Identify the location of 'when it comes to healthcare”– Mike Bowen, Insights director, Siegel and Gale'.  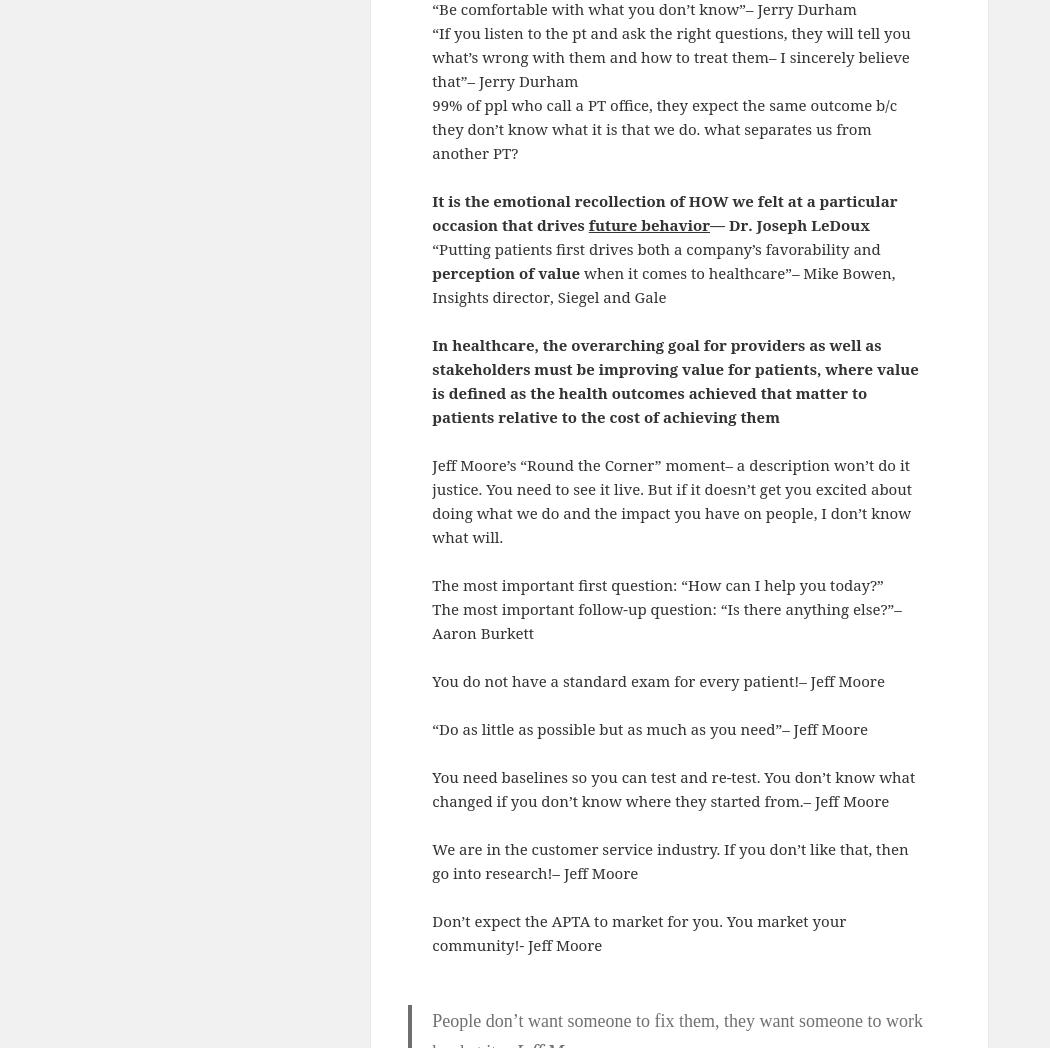
(662, 283).